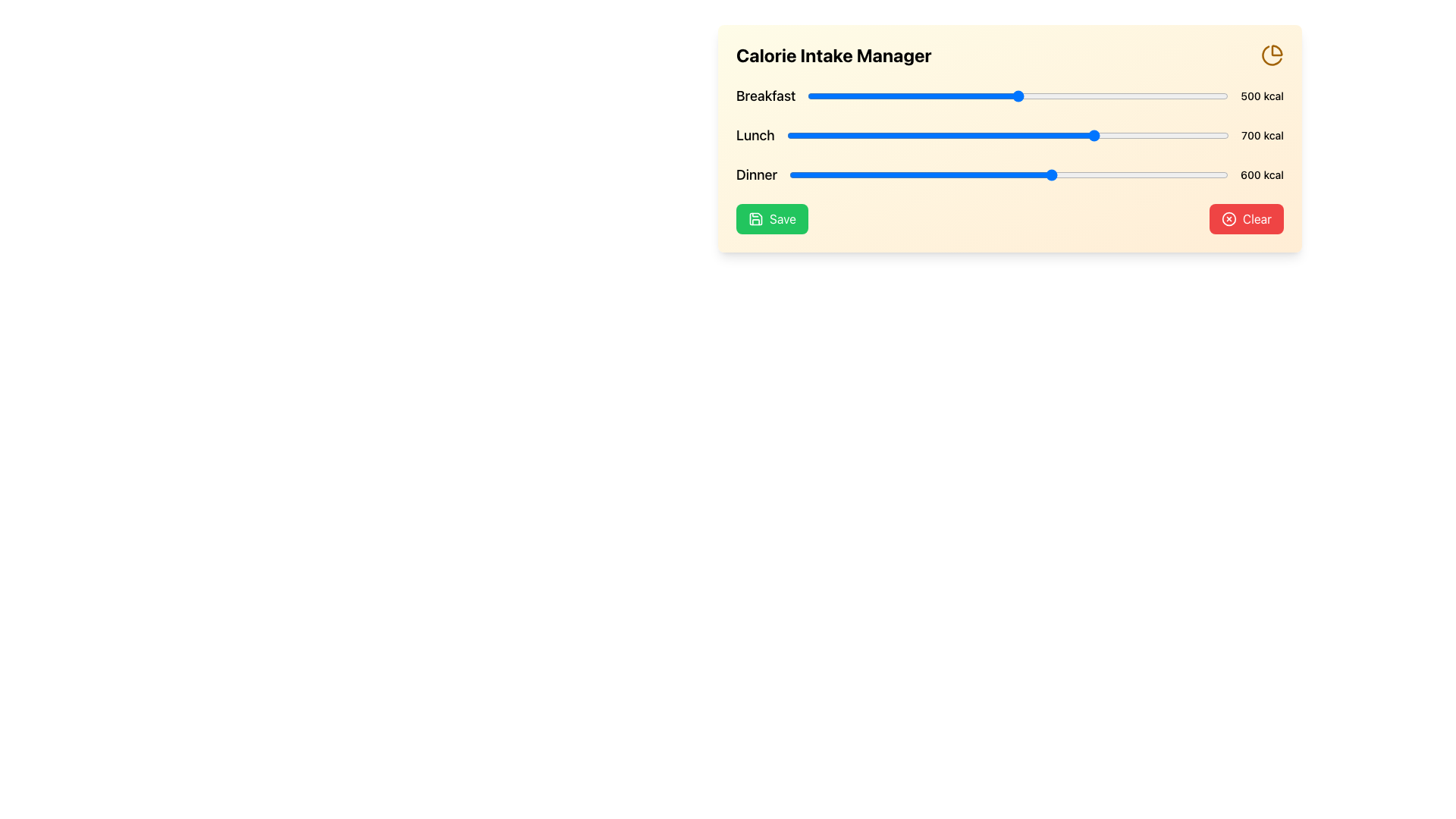 Image resolution: width=1456 pixels, height=819 pixels. Describe the element at coordinates (995, 134) in the screenshot. I see `the lunch kcal value` at that location.